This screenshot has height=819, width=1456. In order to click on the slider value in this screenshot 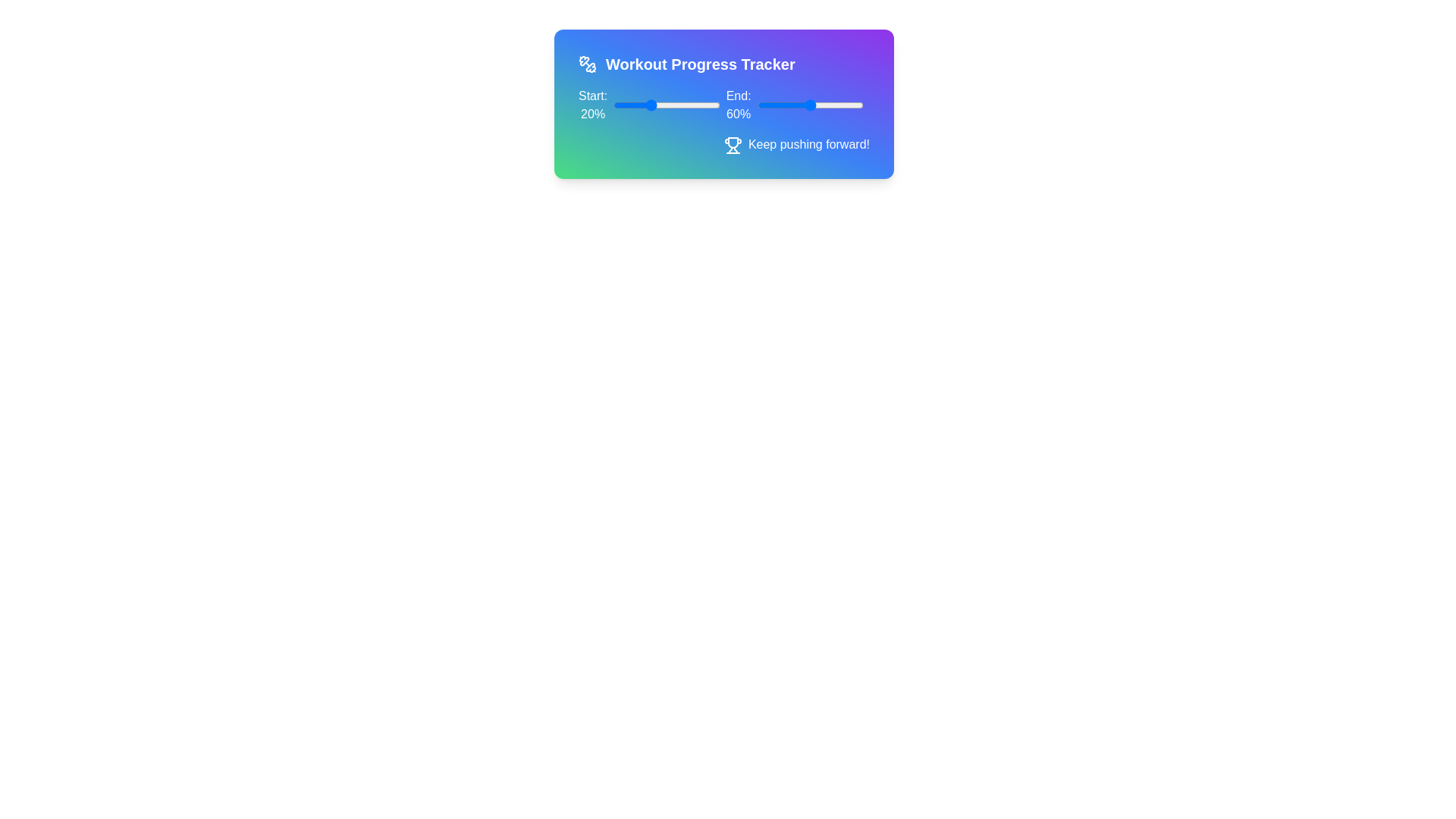, I will do `click(682, 104)`.